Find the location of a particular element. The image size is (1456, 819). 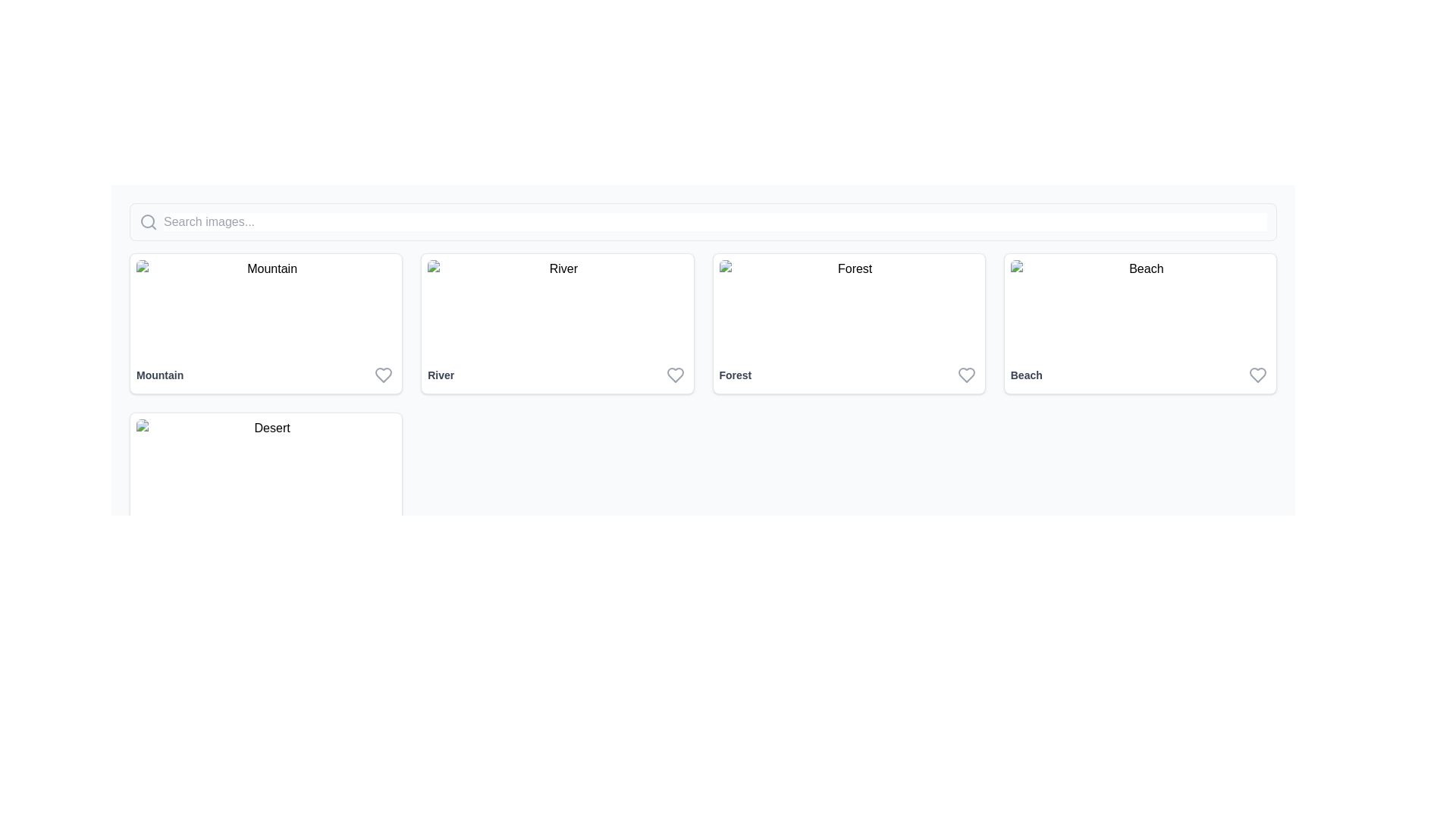

the heart icon located at the bottom right of the 'Beach' card to mark the associated content as a favorite is located at coordinates (1258, 375).